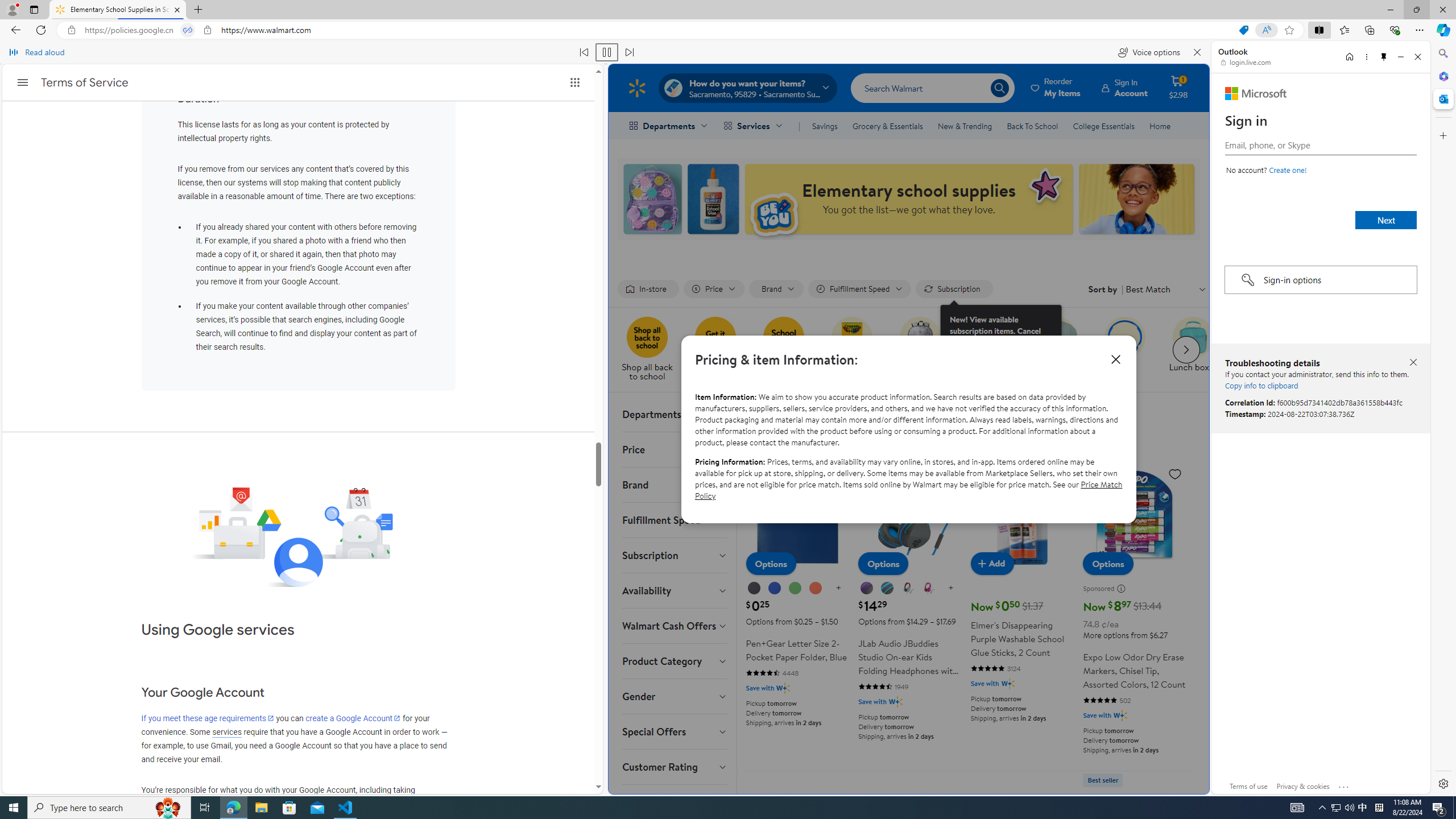  What do you see at coordinates (1345, 784) in the screenshot?
I see `'Click here for troubleshooting information'` at bounding box center [1345, 784].